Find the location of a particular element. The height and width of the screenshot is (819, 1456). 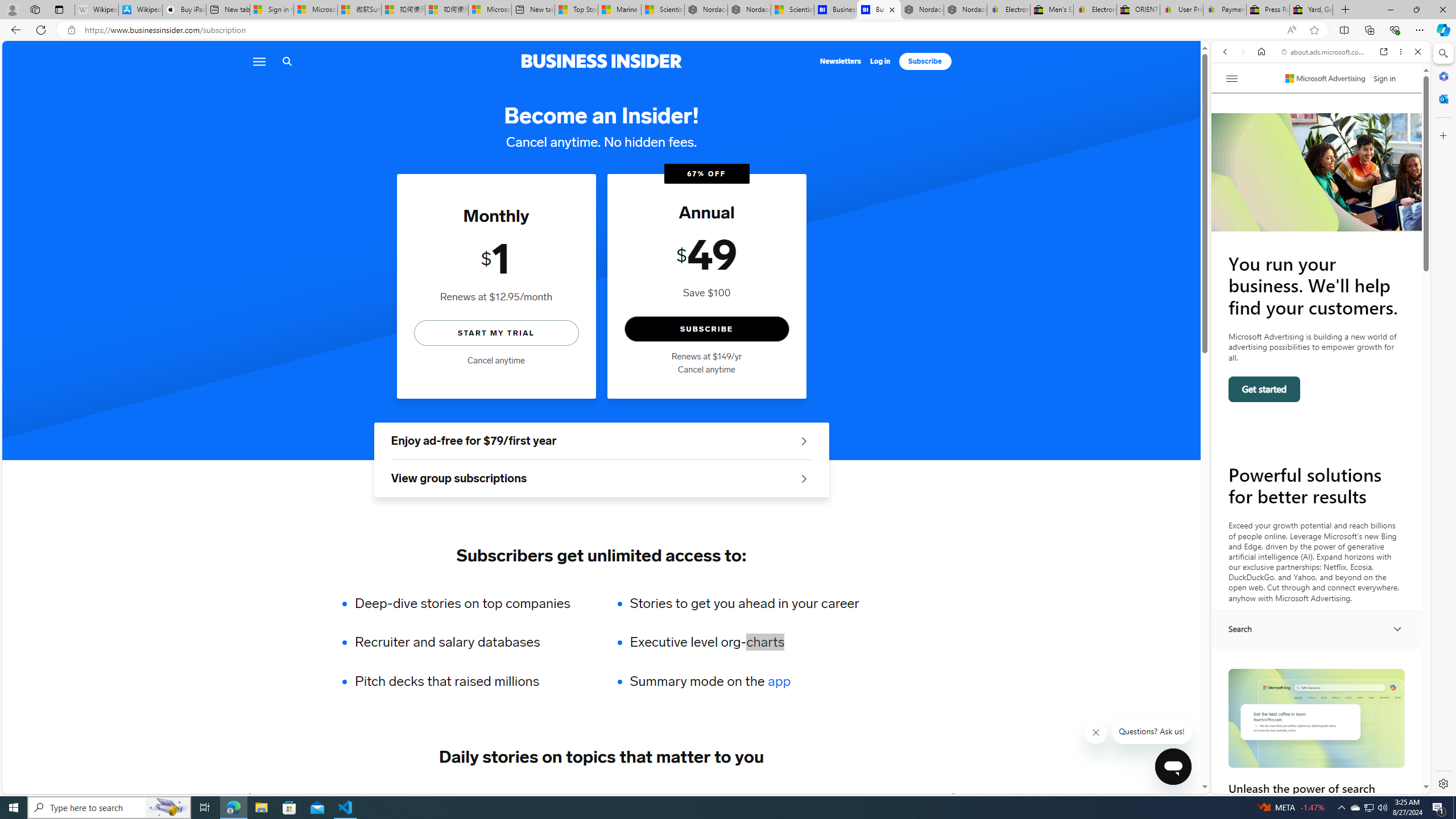

'Class: sc-1k07fow-1 cbnSms' is located at coordinates (1173, 766).